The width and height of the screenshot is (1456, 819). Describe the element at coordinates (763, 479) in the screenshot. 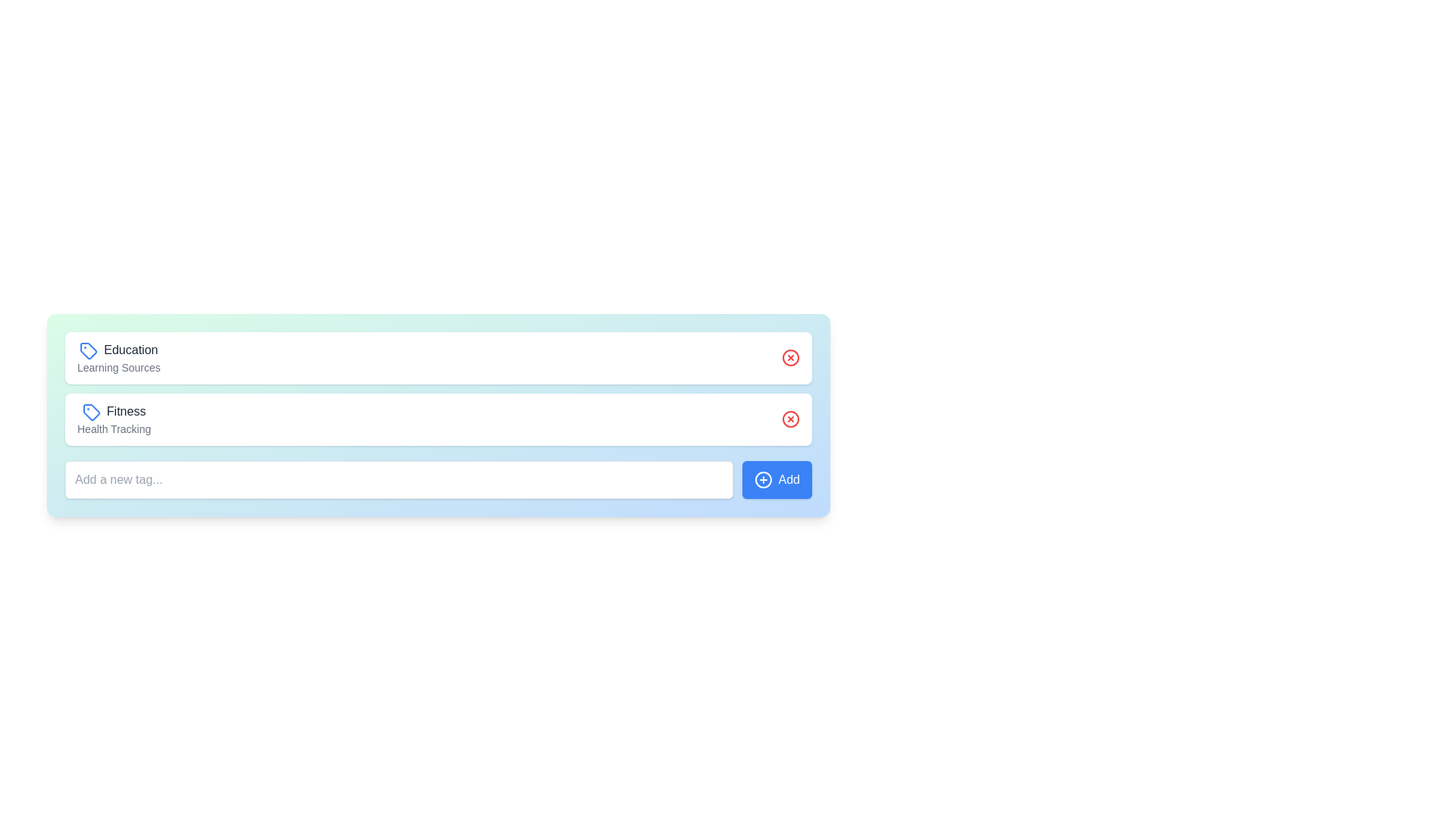

I see `the visual representation of the Circle element located within the SVG component, which is part of the 'Add' icon at the bottom right corner of the blue rectangular button` at that location.